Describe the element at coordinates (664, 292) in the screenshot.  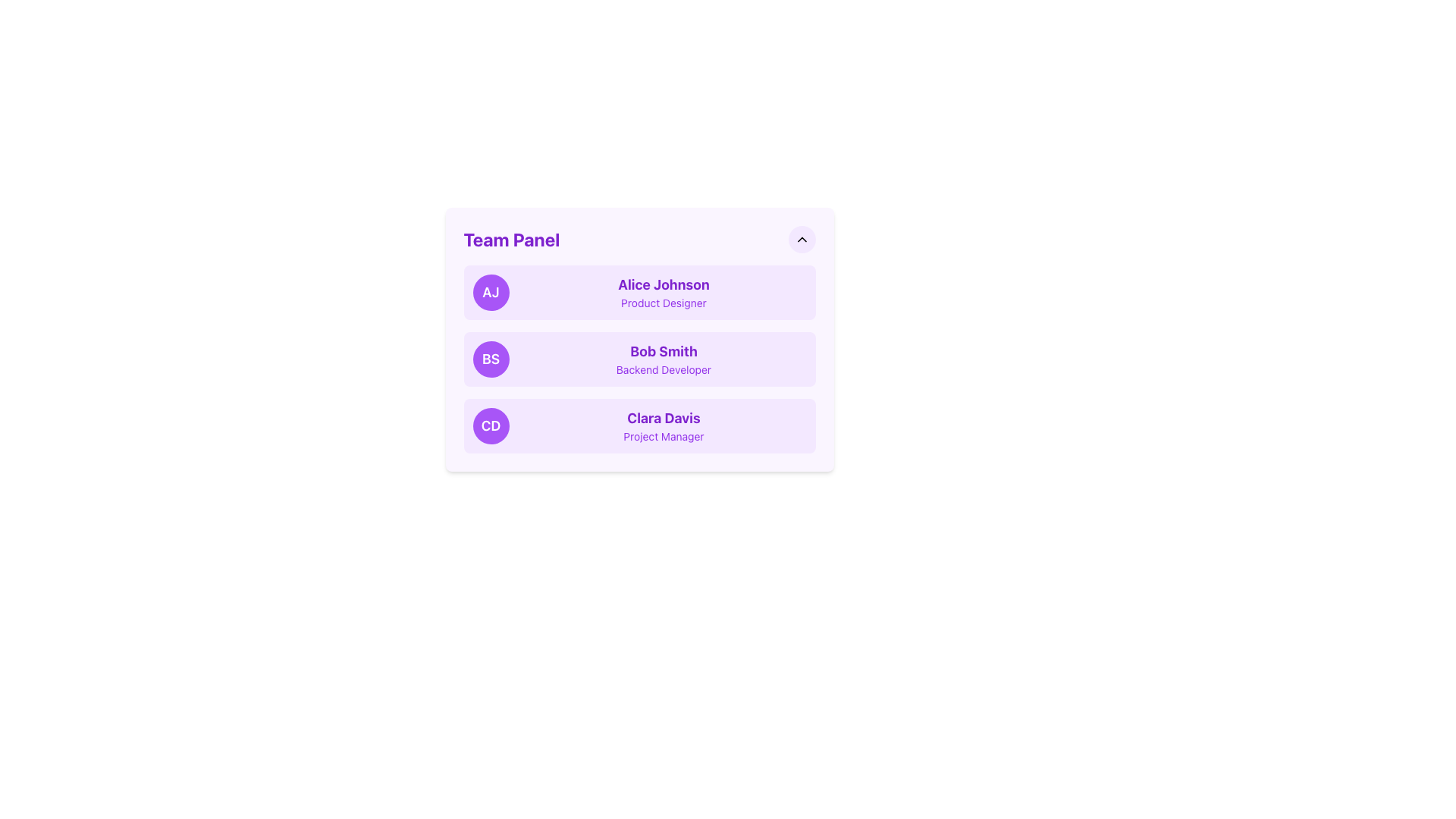
I see `the text display showing 'Alice Johnson' and 'Product Designer' to highlight it` at that location.